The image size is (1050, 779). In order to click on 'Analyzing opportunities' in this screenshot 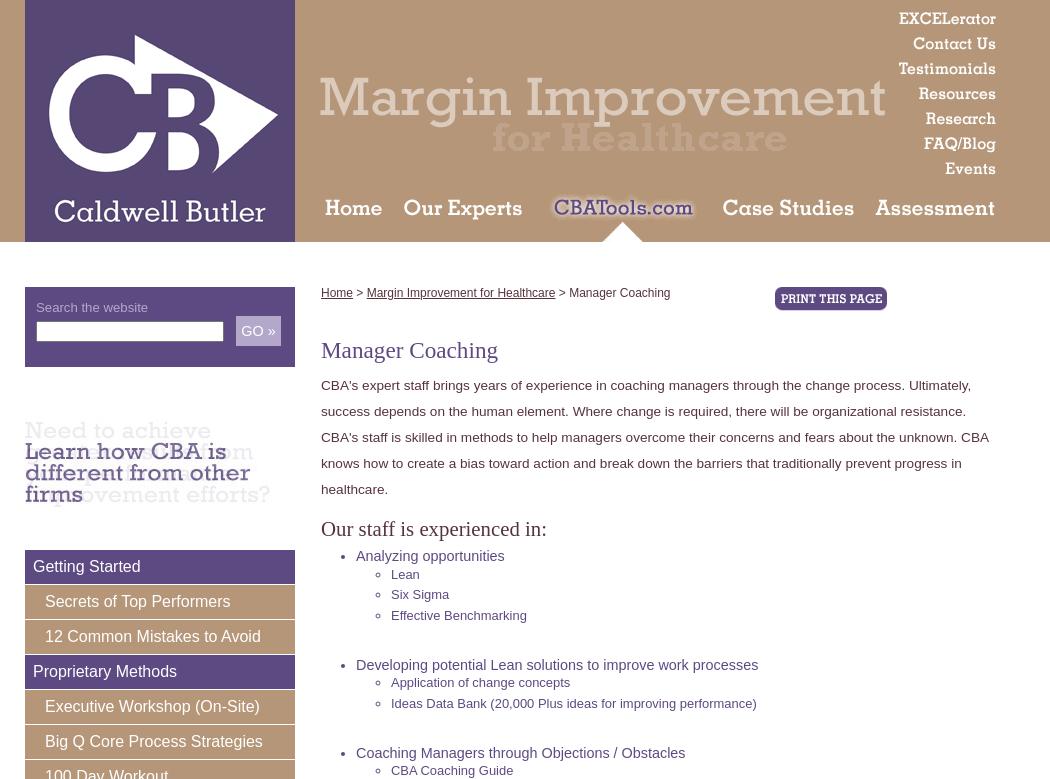, I will do `click(428, 554)`.